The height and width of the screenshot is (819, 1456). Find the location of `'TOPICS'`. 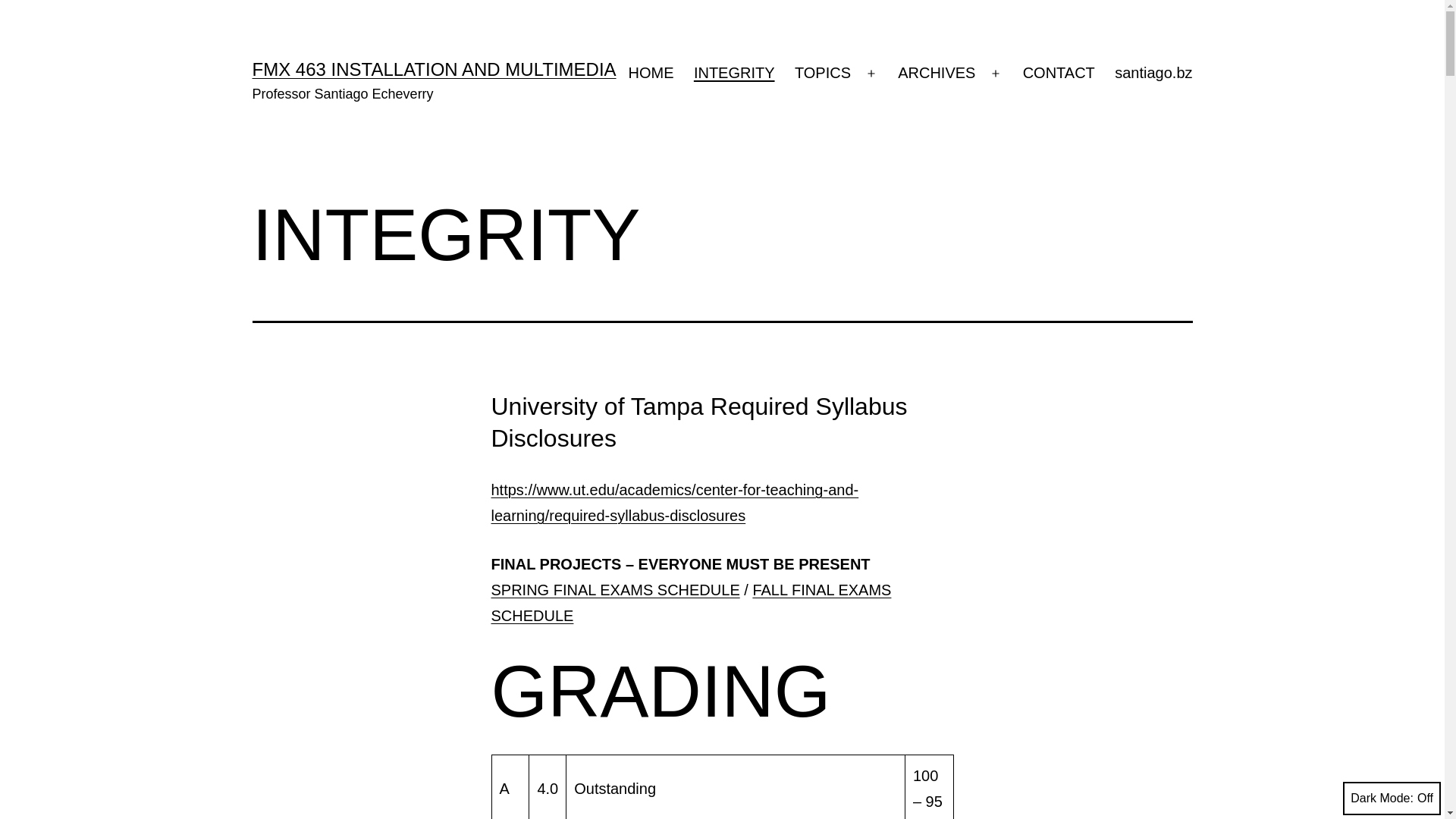

'TOPICS' is located at coordinates (821, 73).